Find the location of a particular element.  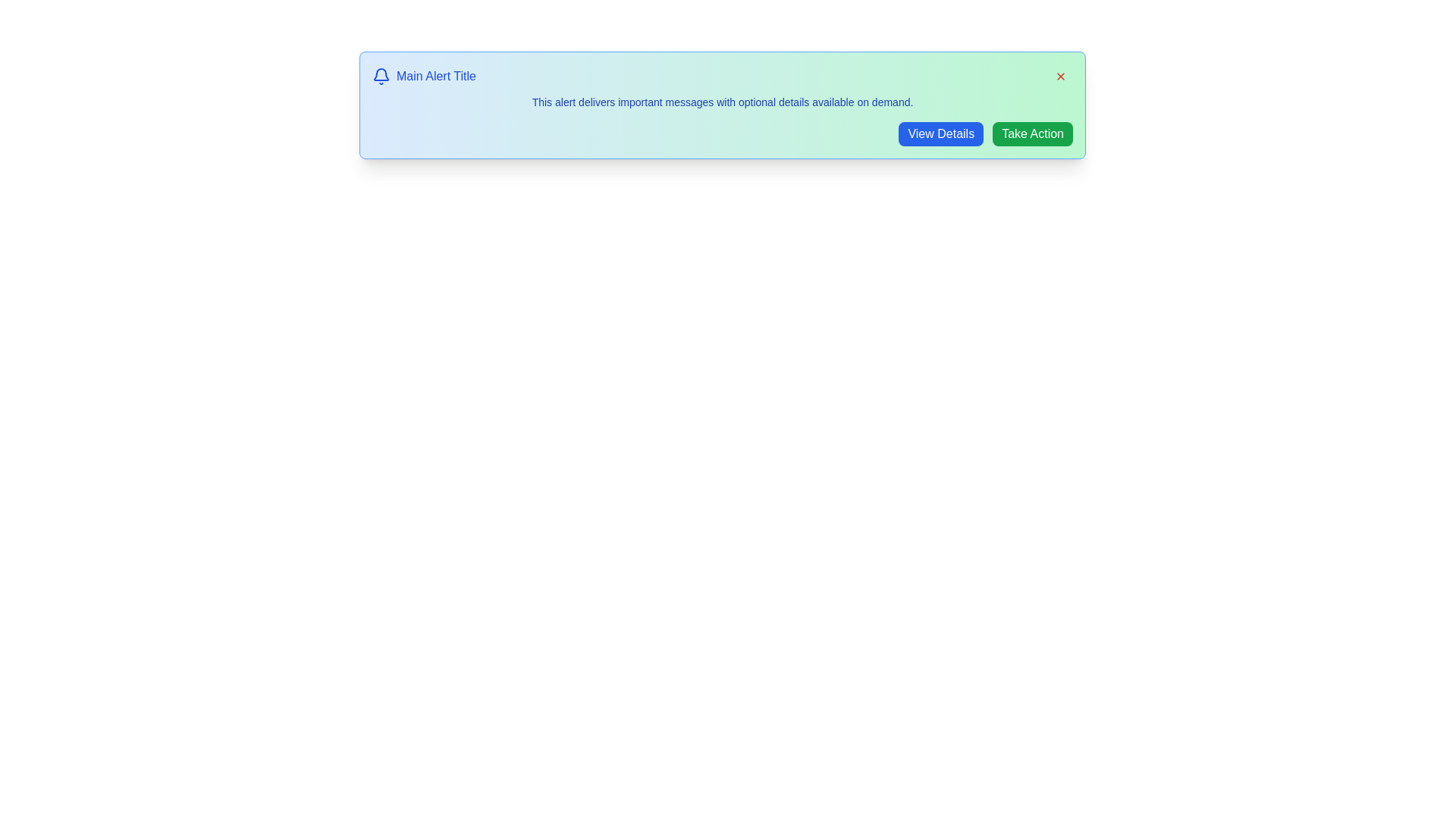

the close button to observe its hover effect is located at coordinates (1059, 76).